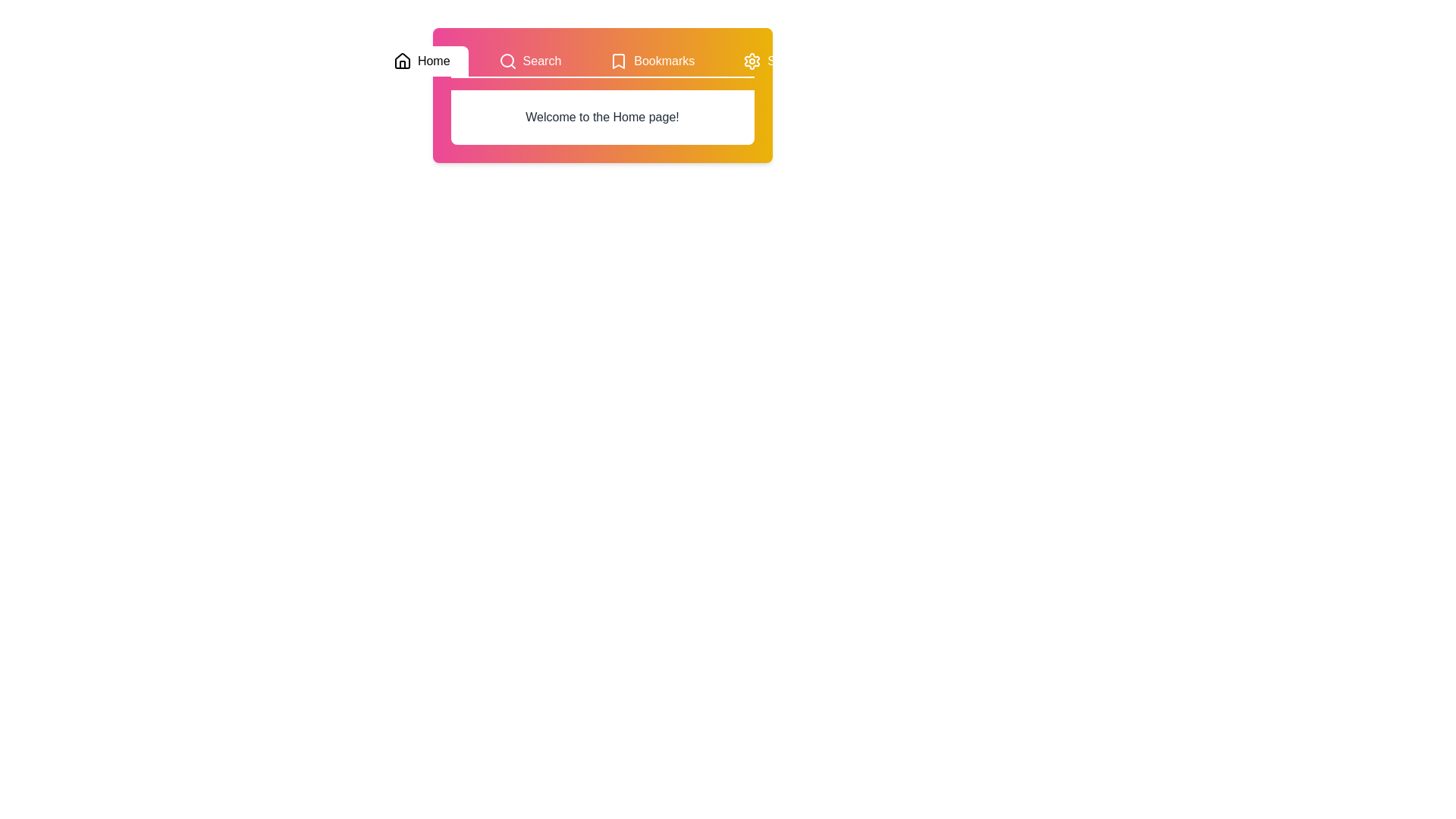  Describe the element at coordinates (777, 61) in the screenshot. I see `the Settings tab to switch views` at that location.